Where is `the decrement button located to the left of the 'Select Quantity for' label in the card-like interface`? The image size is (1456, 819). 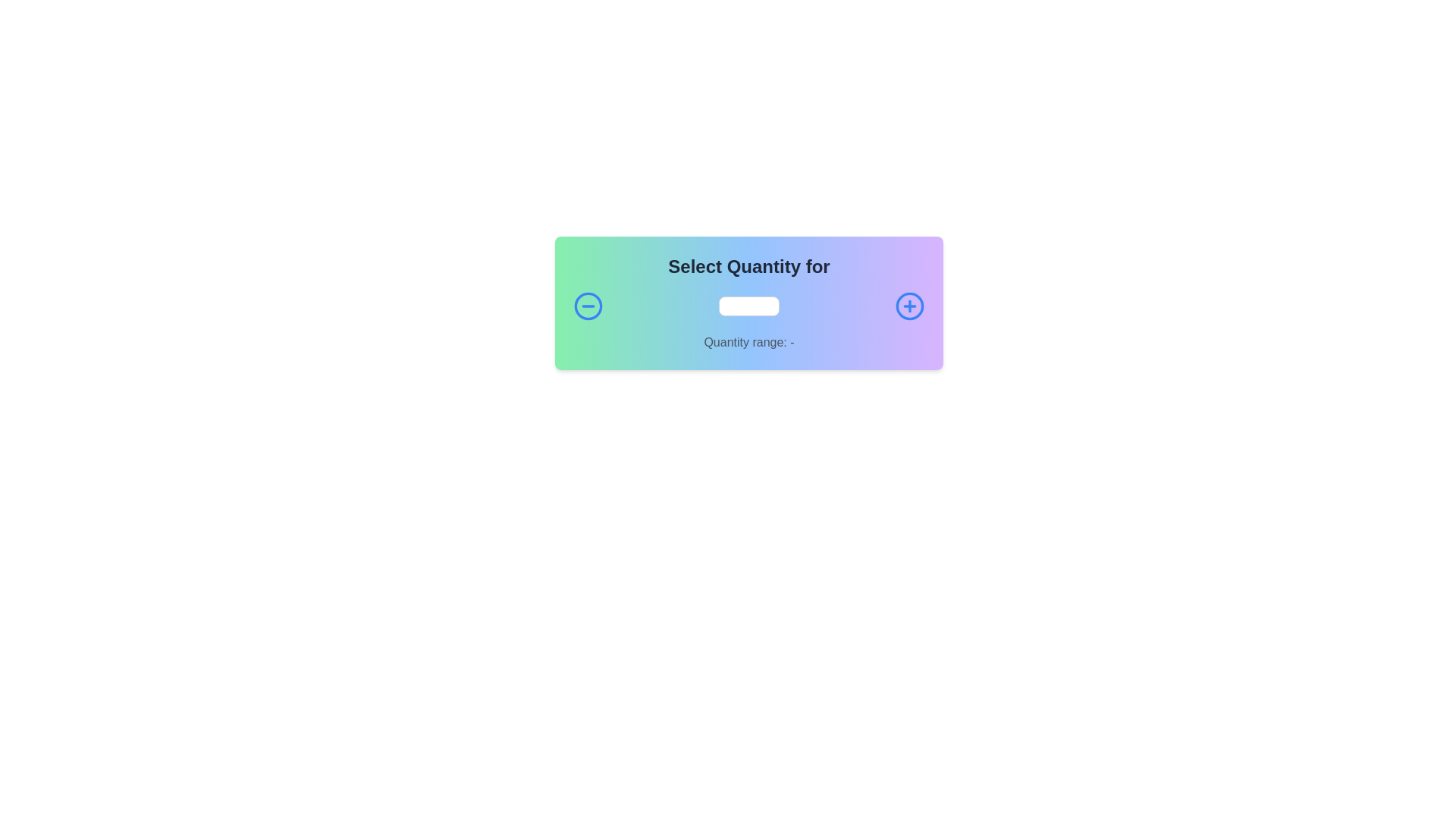
the decrement button located to the left of the 'Select Quantity for' label in the card-like interface is located at coordinates (588, 306).